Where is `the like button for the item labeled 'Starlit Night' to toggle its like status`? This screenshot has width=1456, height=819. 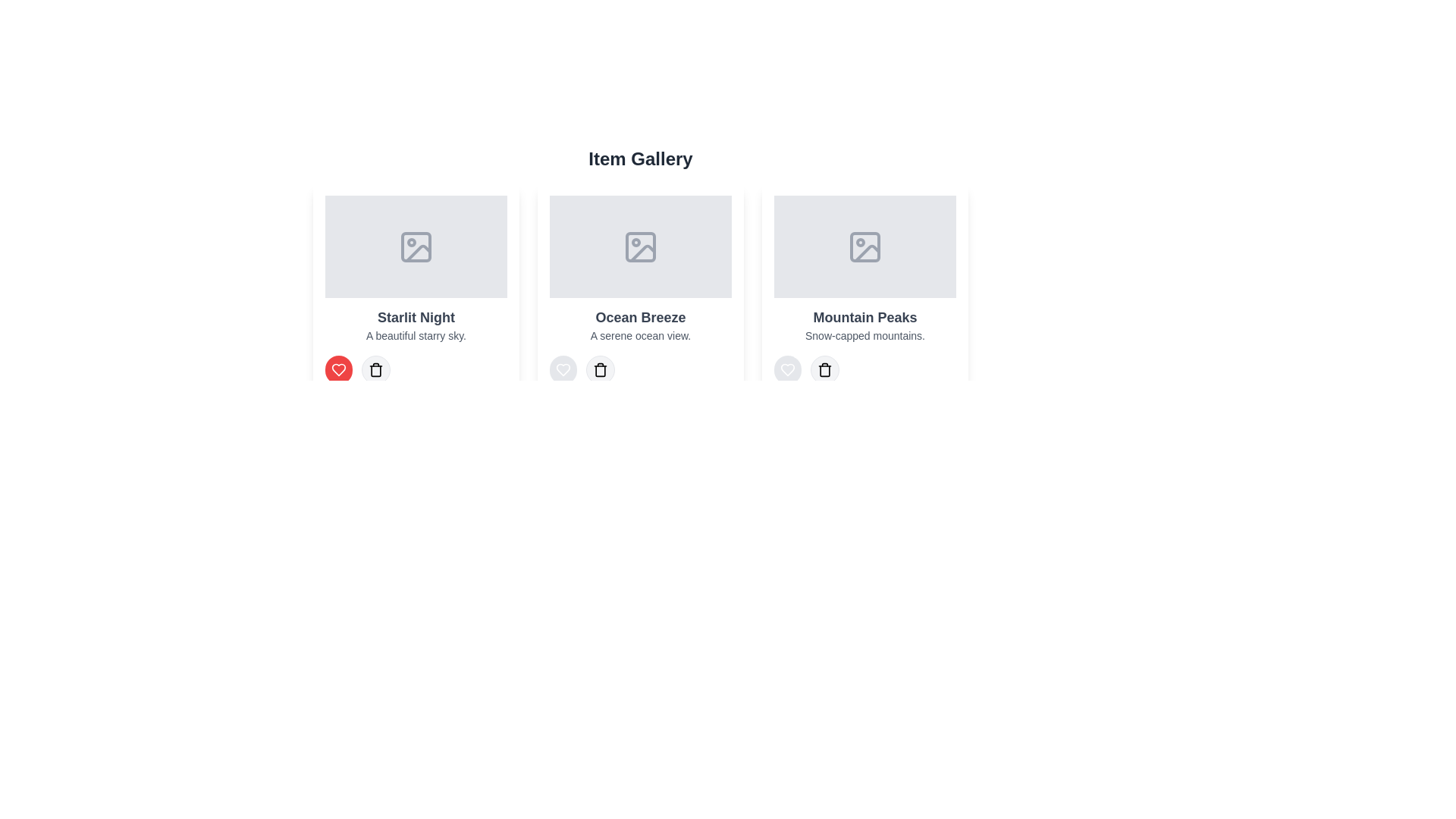 the like button for the item labeled 'Starlit Night' to toggle its like status is located at coordinates (337, 370).